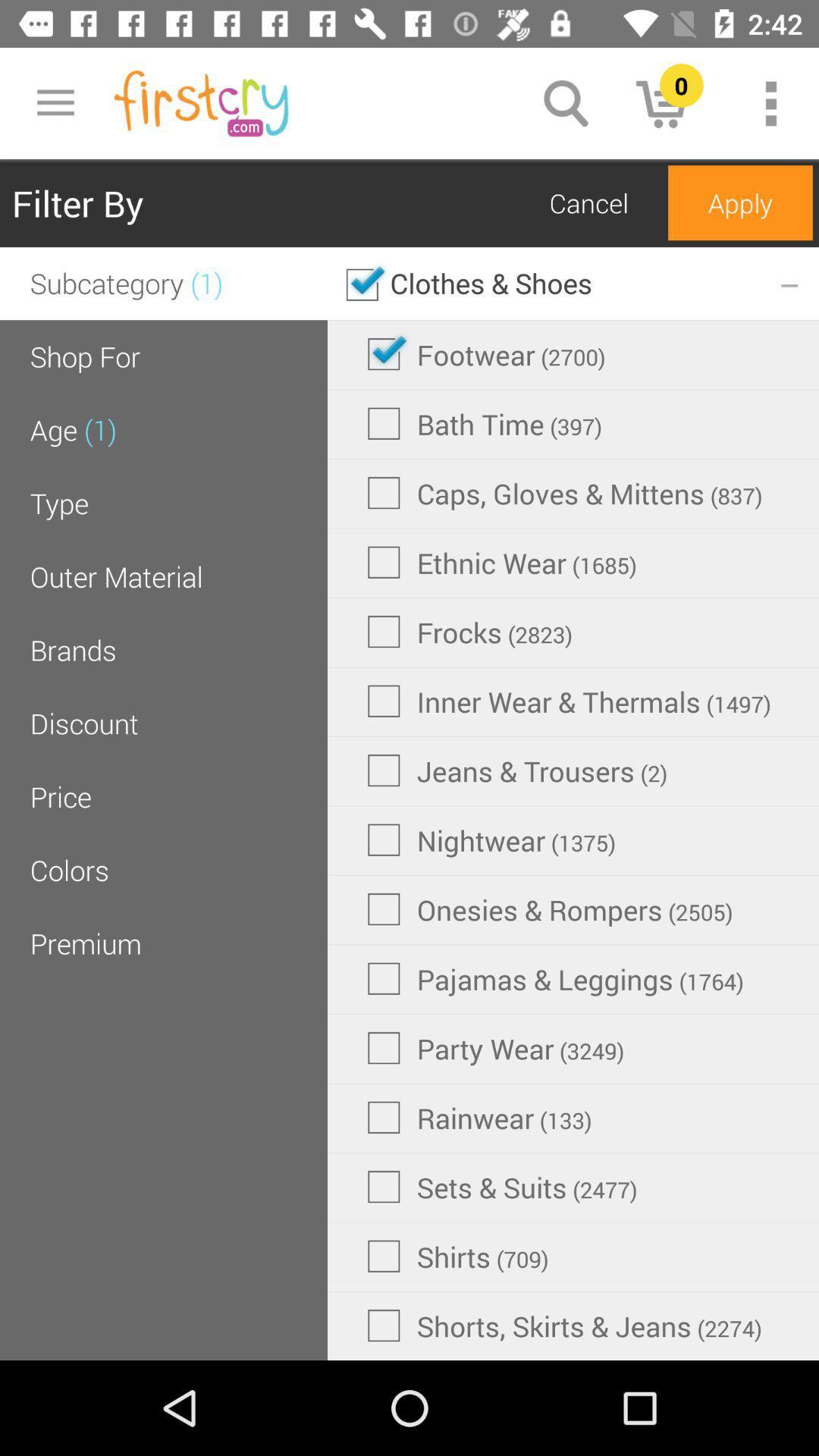  I want to click on the premium item, so click(86, 943).